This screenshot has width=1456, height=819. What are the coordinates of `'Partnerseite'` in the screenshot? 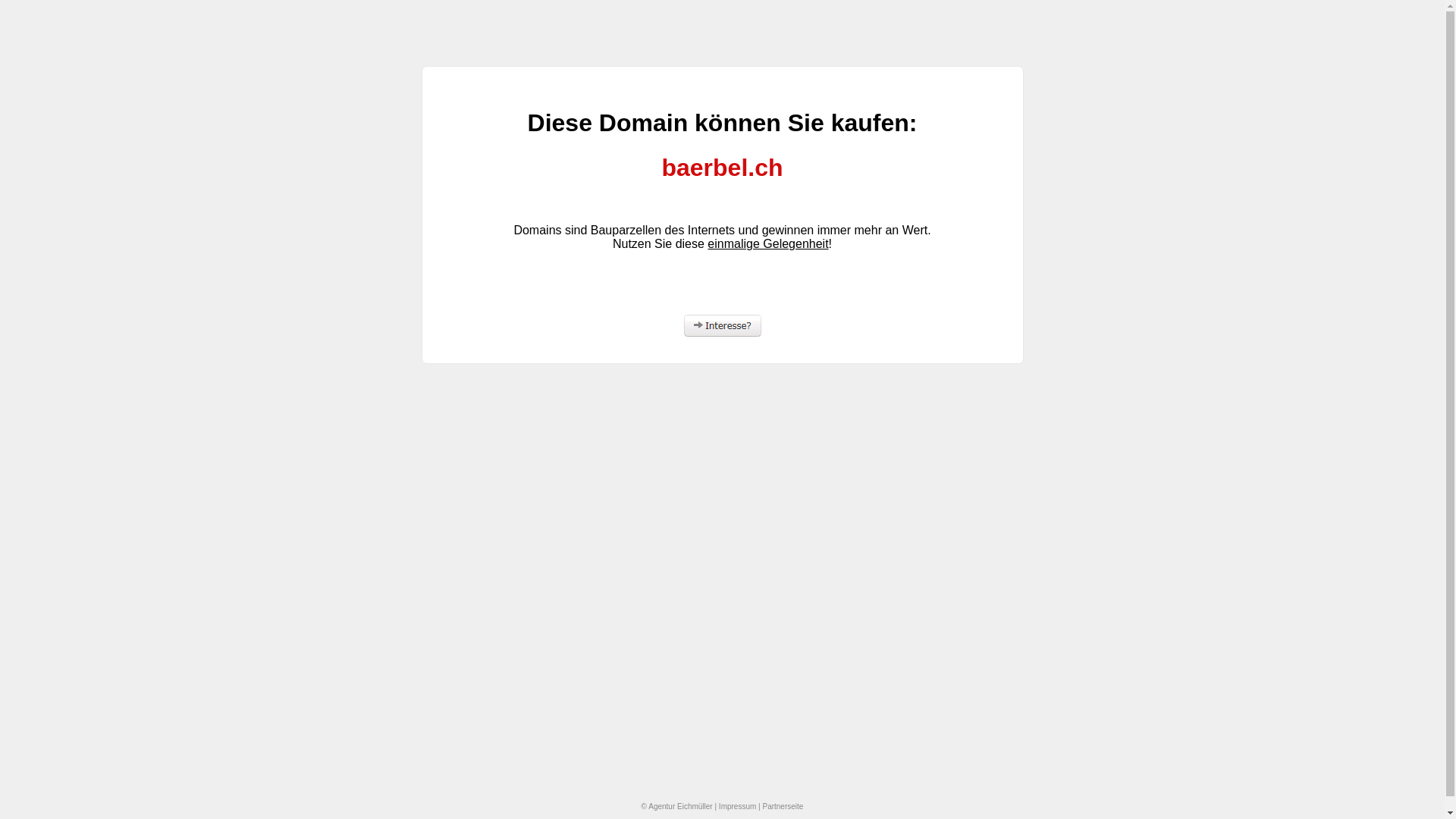 It's located at (783, 805).